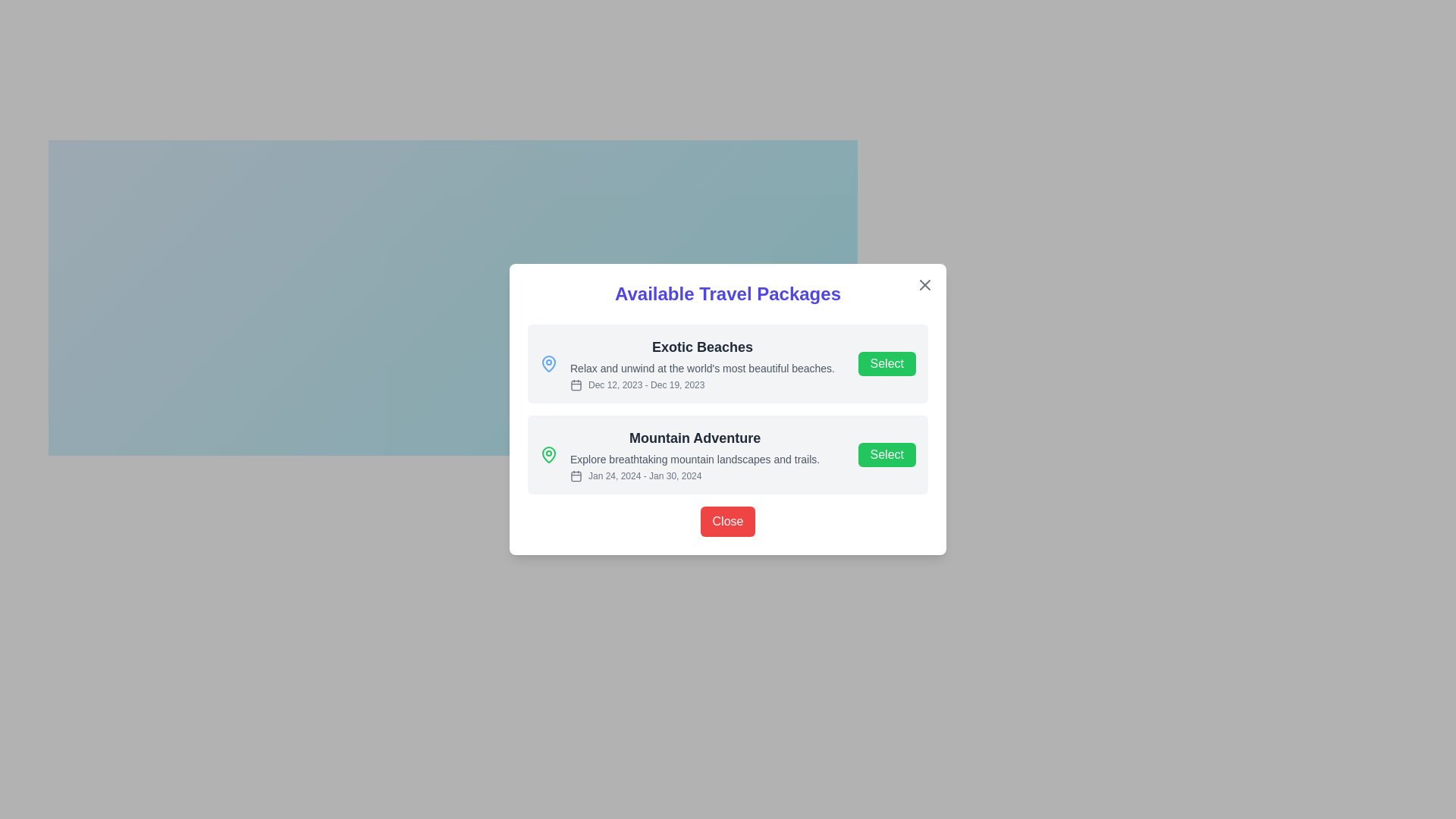 This screenshot has width=1456, height=819. What do you see at coordinates (886, 363) in the screenshot?
I see `the vibrant green 'Select' button with rounded corners` at bounding box center [886, 363].